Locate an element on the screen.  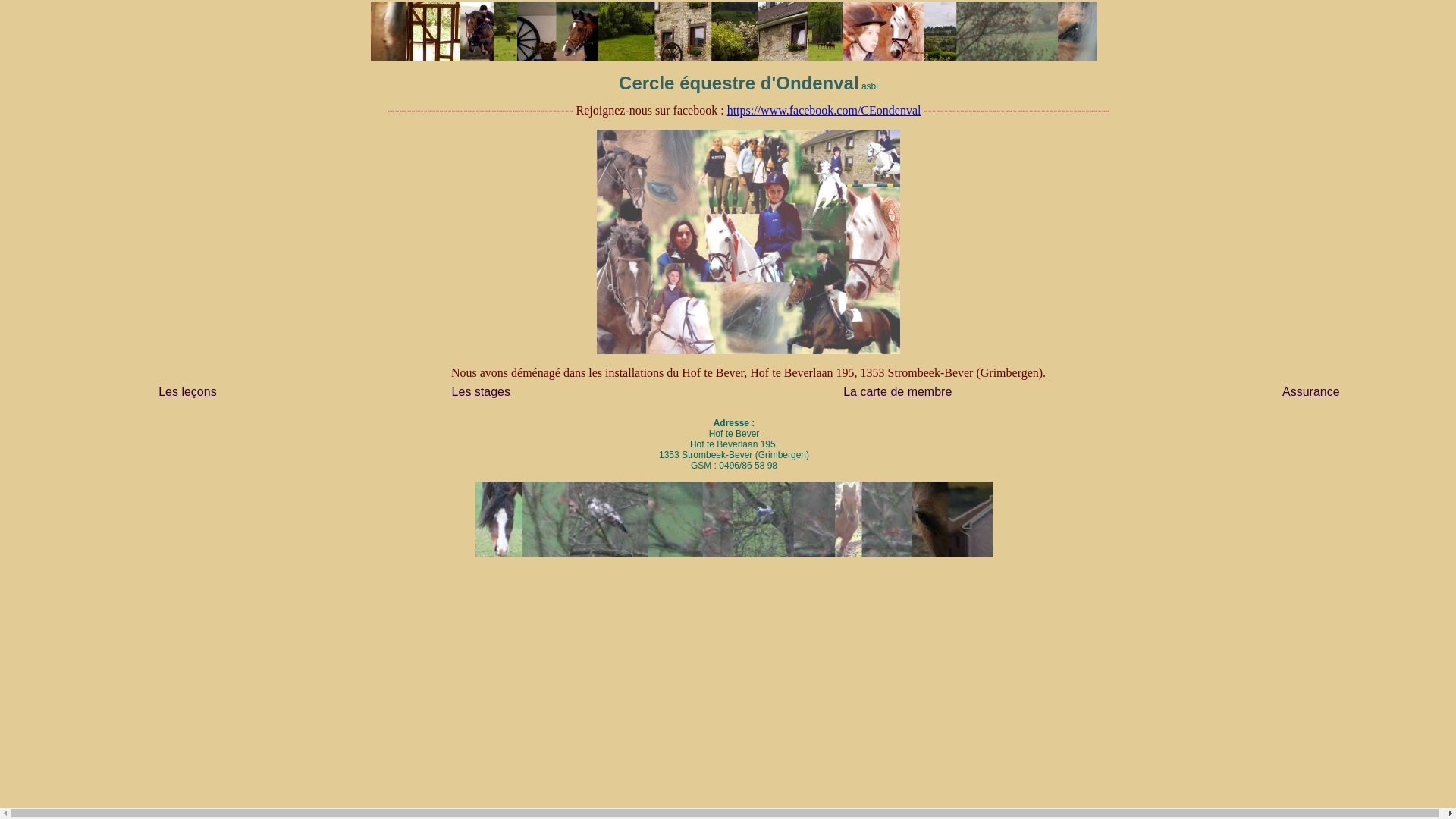
'La carte de membre' is located at coordinates (897, 391).